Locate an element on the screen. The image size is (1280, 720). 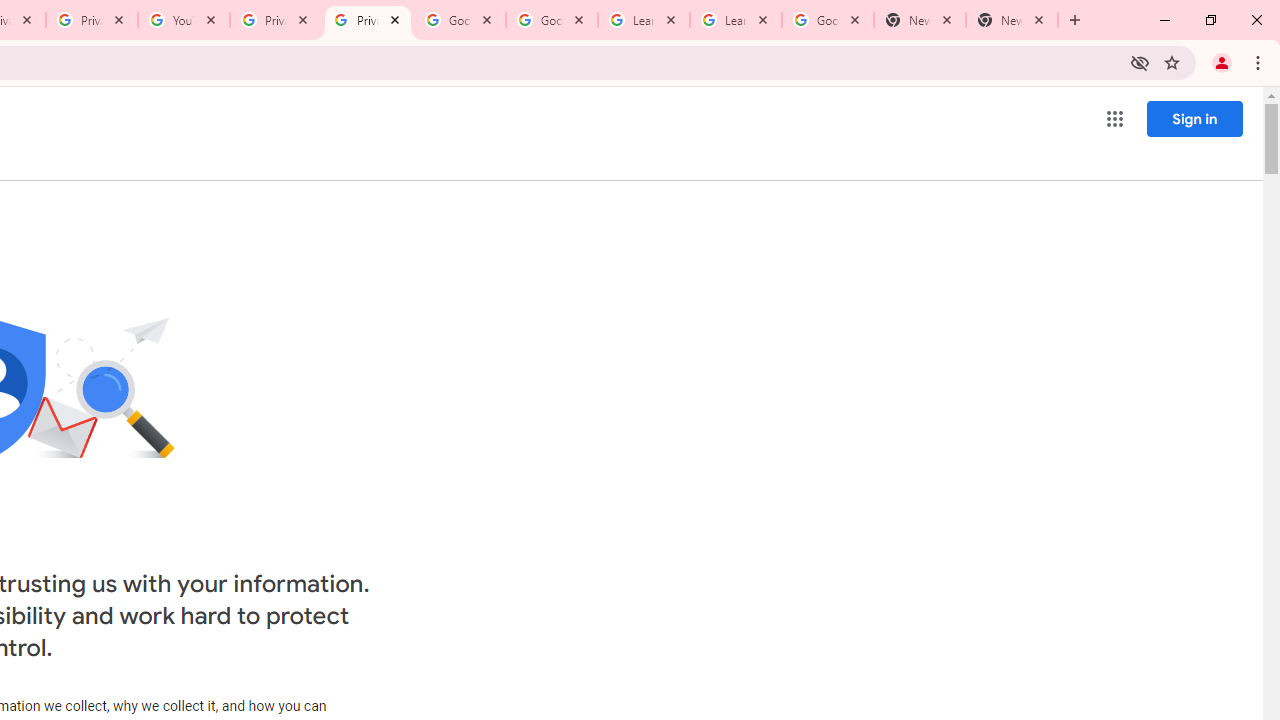
'YouTube' is located at coordinates (184, 20).